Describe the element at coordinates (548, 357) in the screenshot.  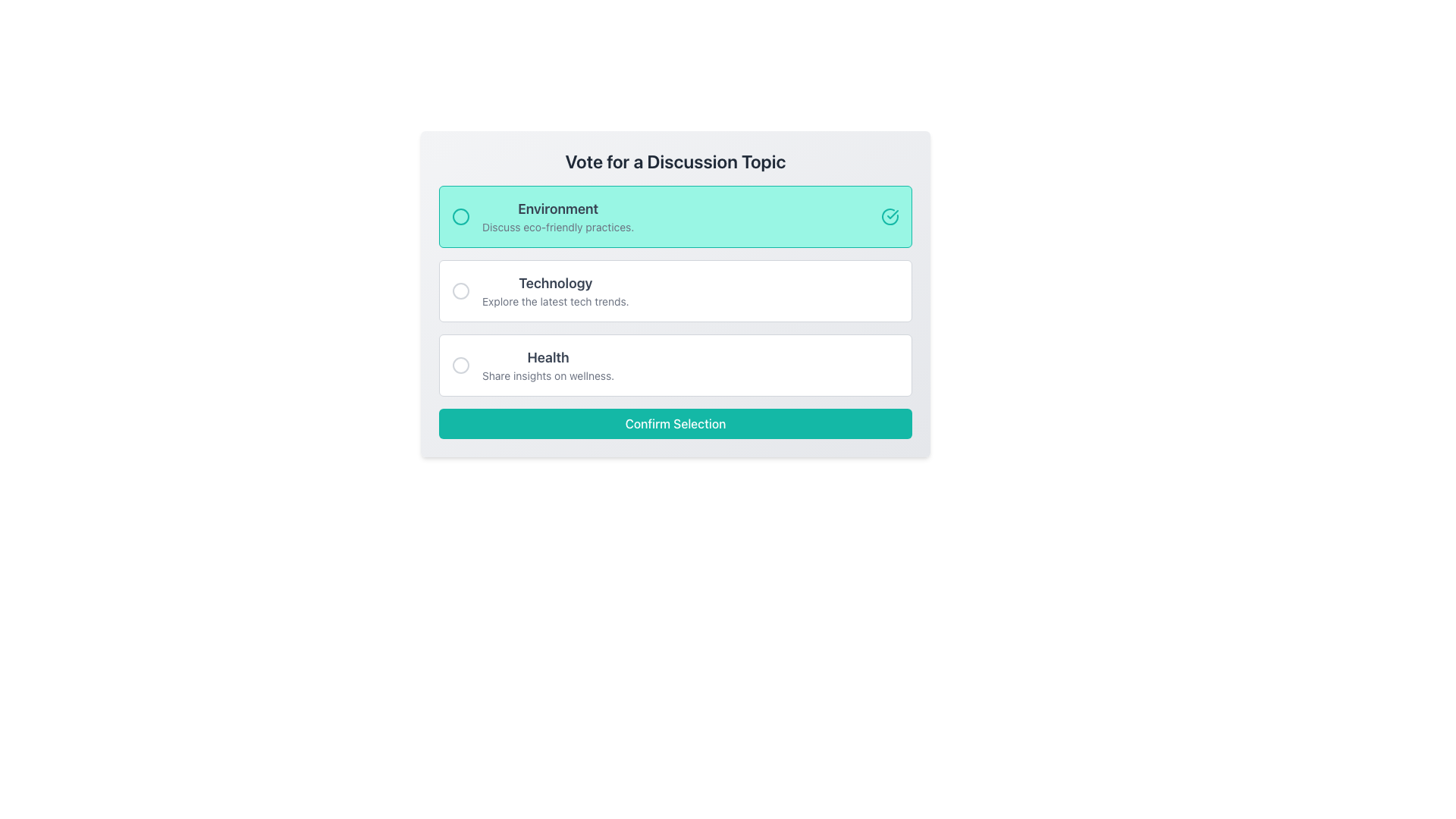
I see `the text label for the selectable discussion topic 'Health', which is positioned centrally under 'Technology' and above the 'Confirm Selection' button` at that location.